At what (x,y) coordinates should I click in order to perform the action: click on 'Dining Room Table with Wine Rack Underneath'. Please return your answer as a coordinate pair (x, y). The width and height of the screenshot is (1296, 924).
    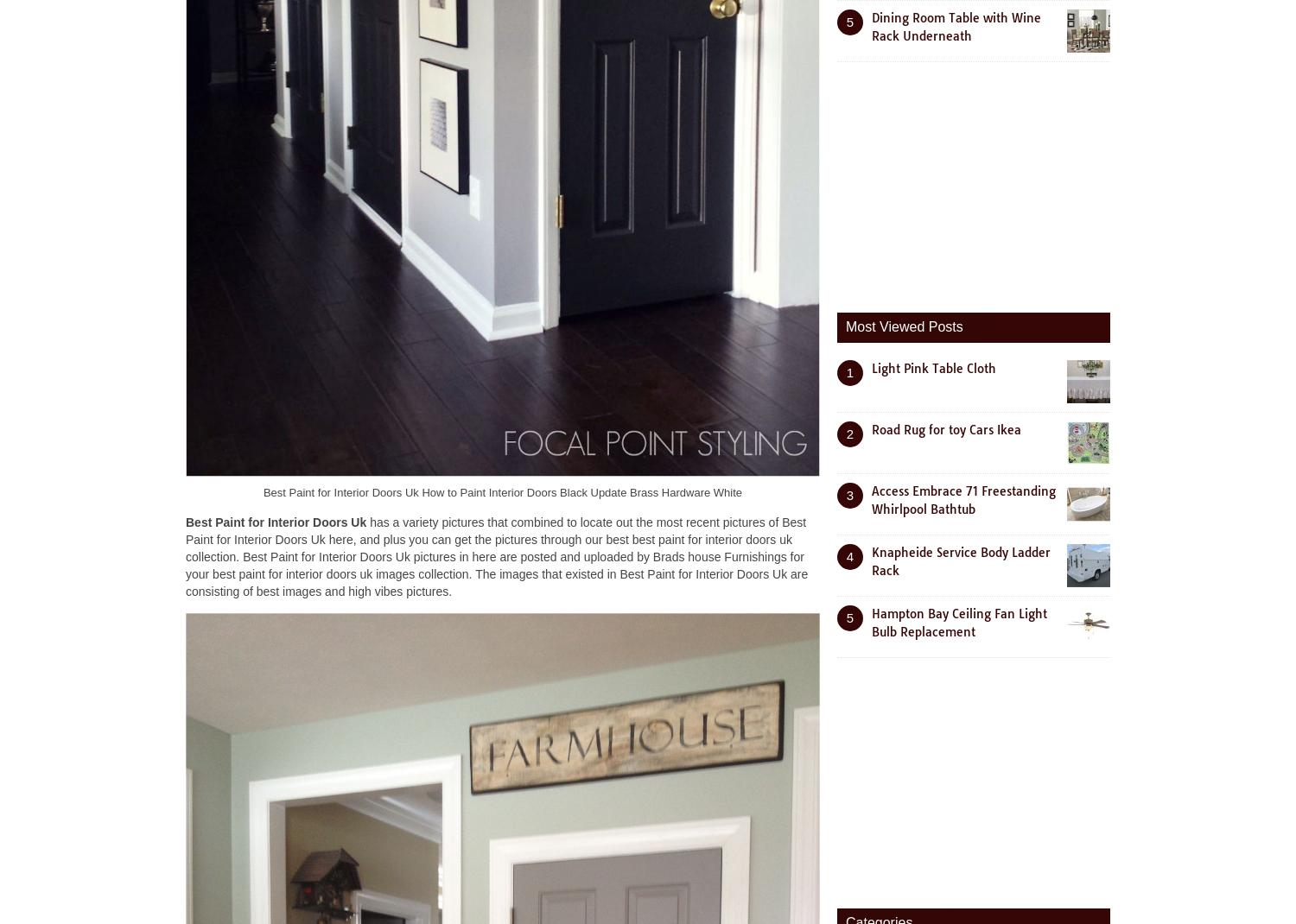
    Looking at the image, I should click on (956, 25).